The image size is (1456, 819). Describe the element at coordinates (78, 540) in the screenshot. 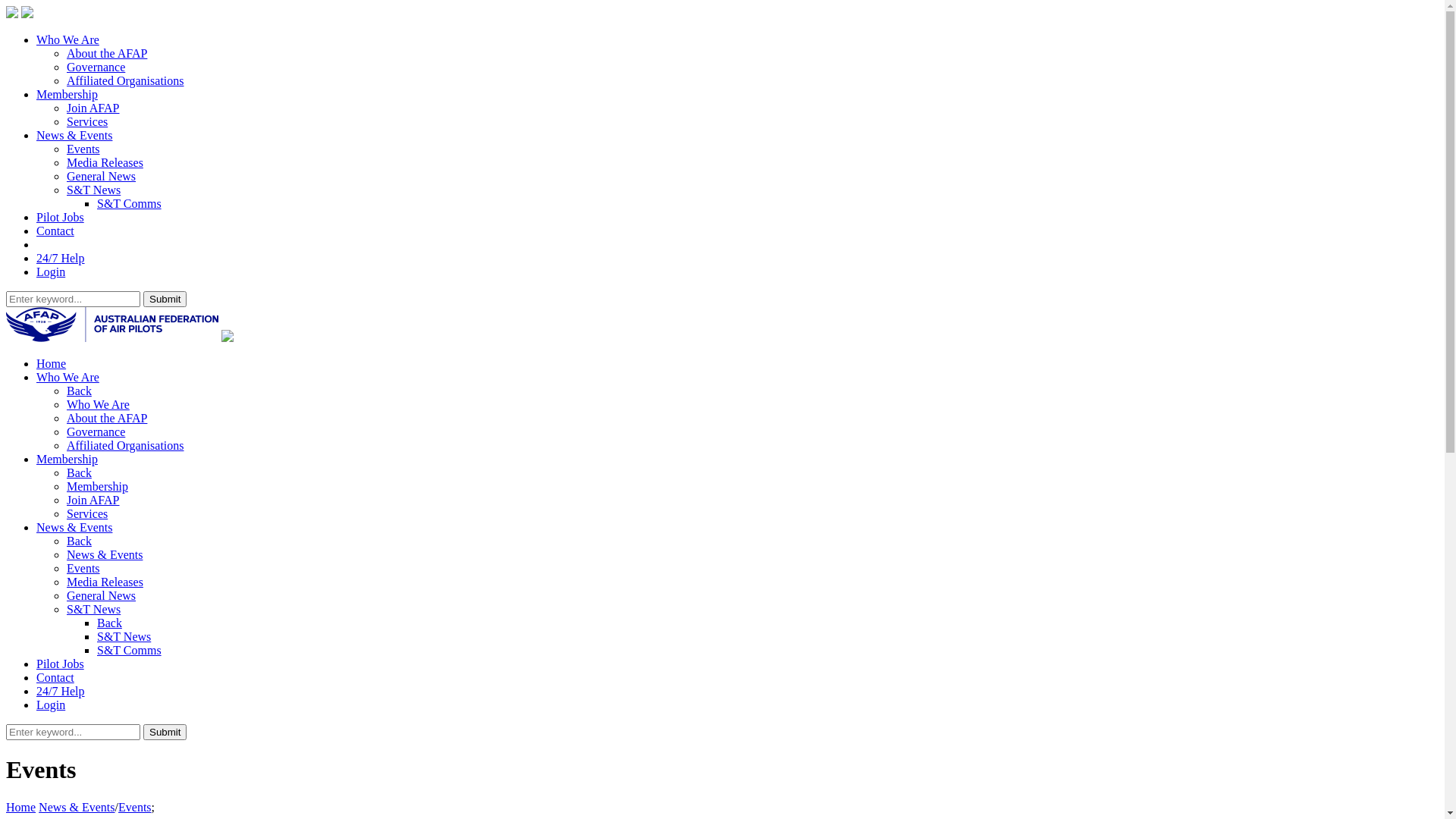

I see `'Back'` at that location.